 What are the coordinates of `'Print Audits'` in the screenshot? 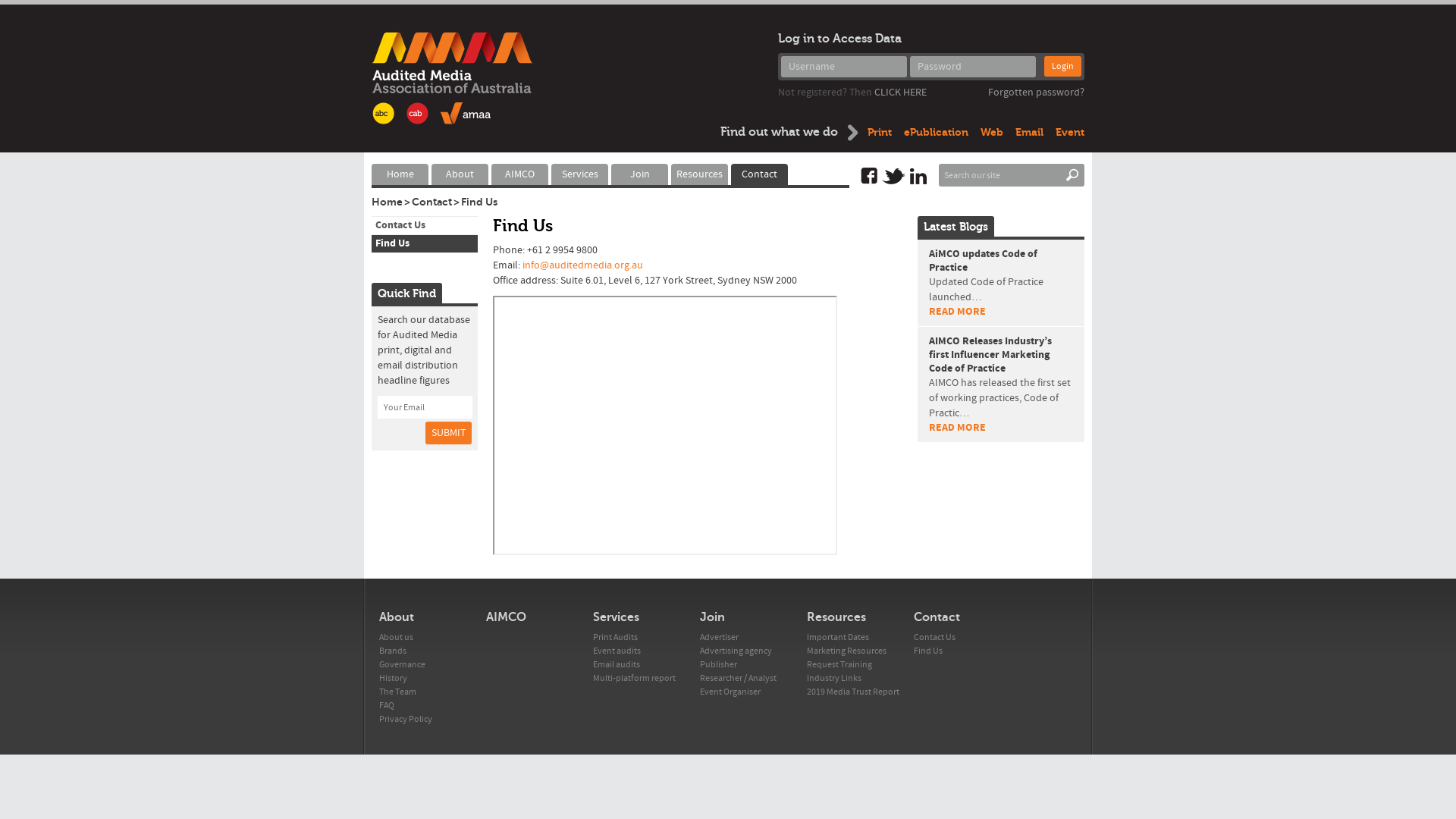 It's located at (615, 637).